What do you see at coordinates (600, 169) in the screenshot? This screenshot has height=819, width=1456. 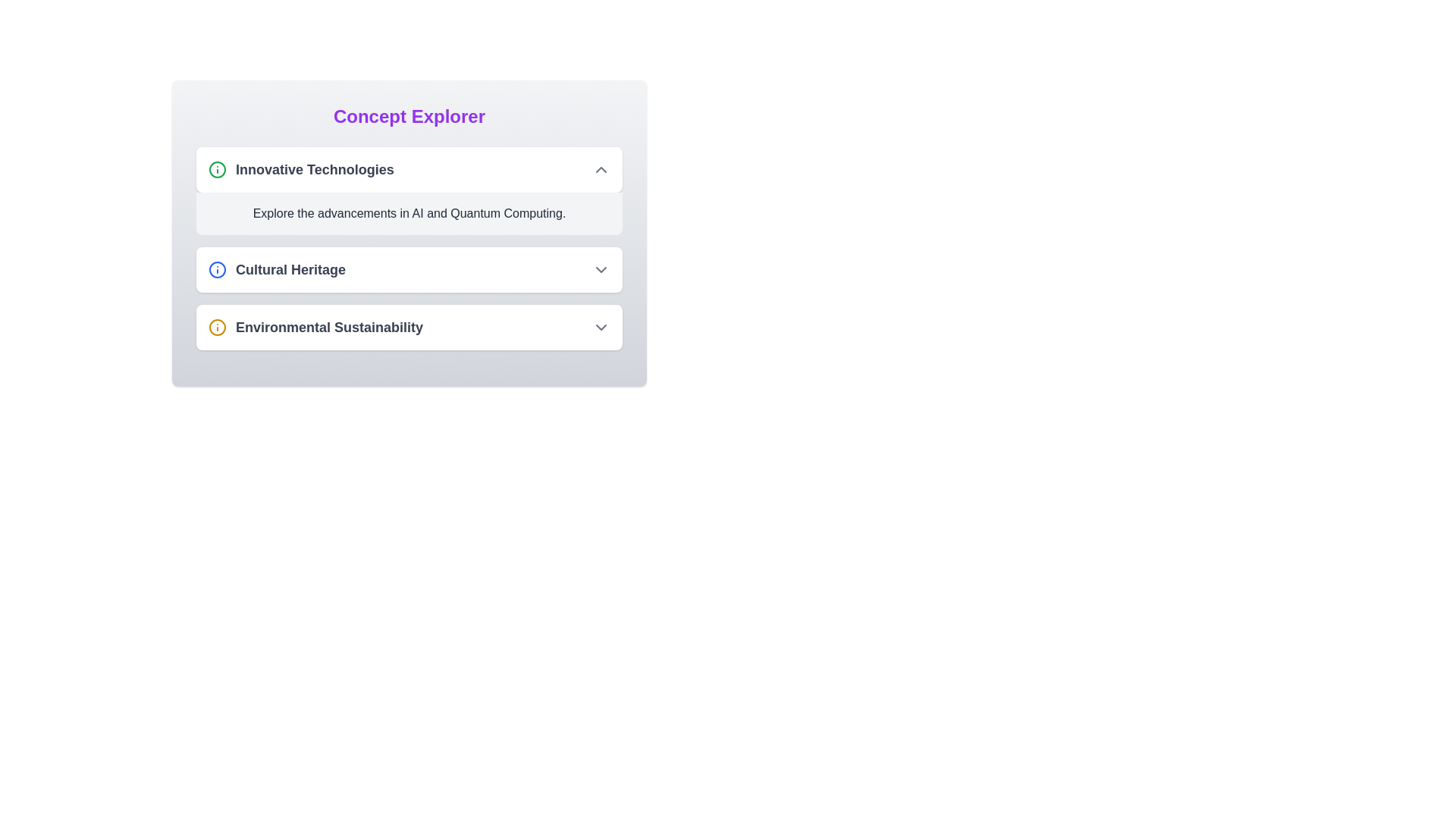 I see `the gray downward-pointing chevron icon located to the right of the text 'Innovative Technologies' in the 'Concept Explorer' panel` at bounding box center [600, 169].